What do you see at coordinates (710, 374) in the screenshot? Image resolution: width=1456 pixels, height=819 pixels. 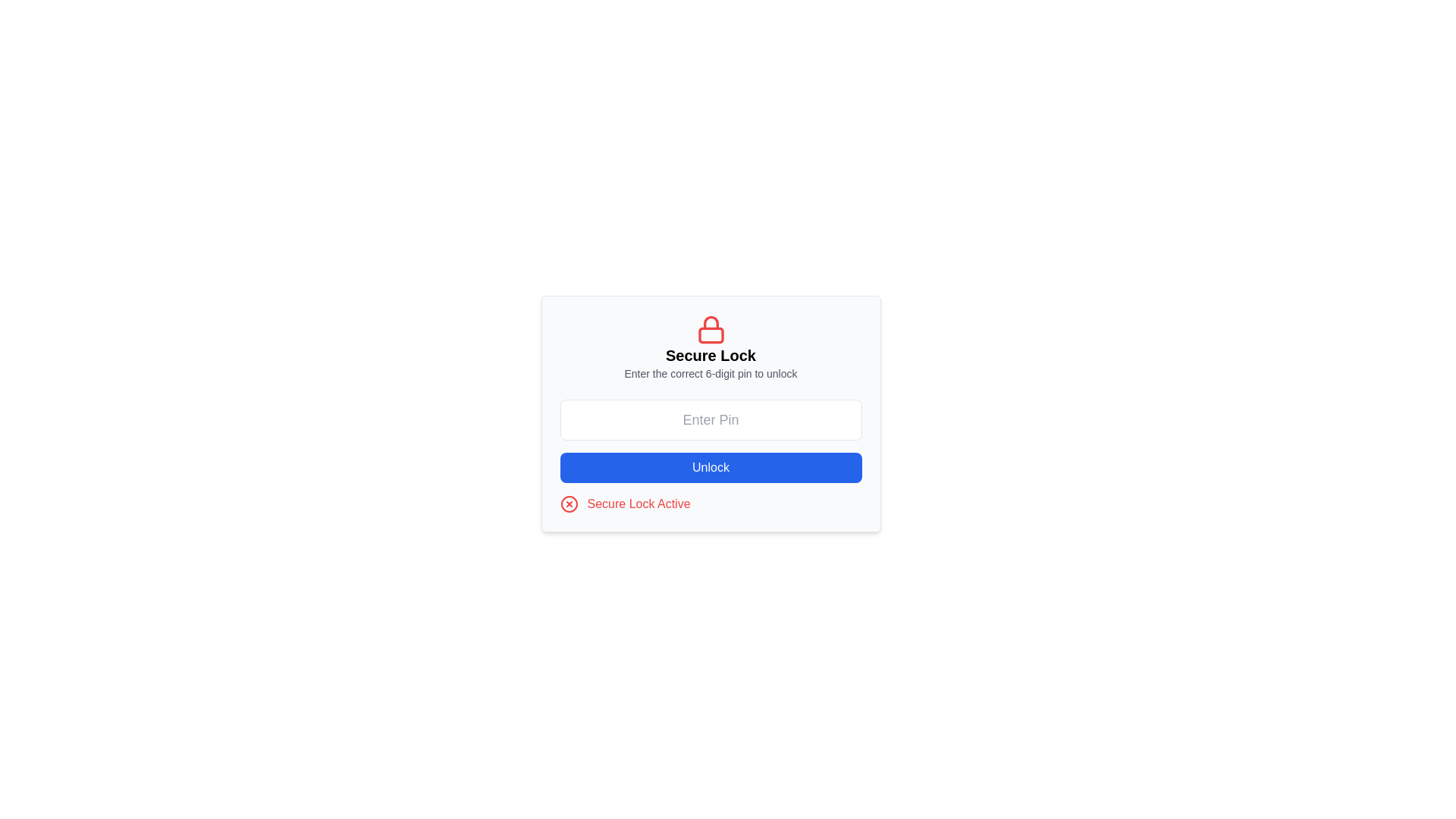 I see `the text label that provides instructions for entering a six-digit pin, located in the middle of the interface layout` at bounding box center [710, 374].